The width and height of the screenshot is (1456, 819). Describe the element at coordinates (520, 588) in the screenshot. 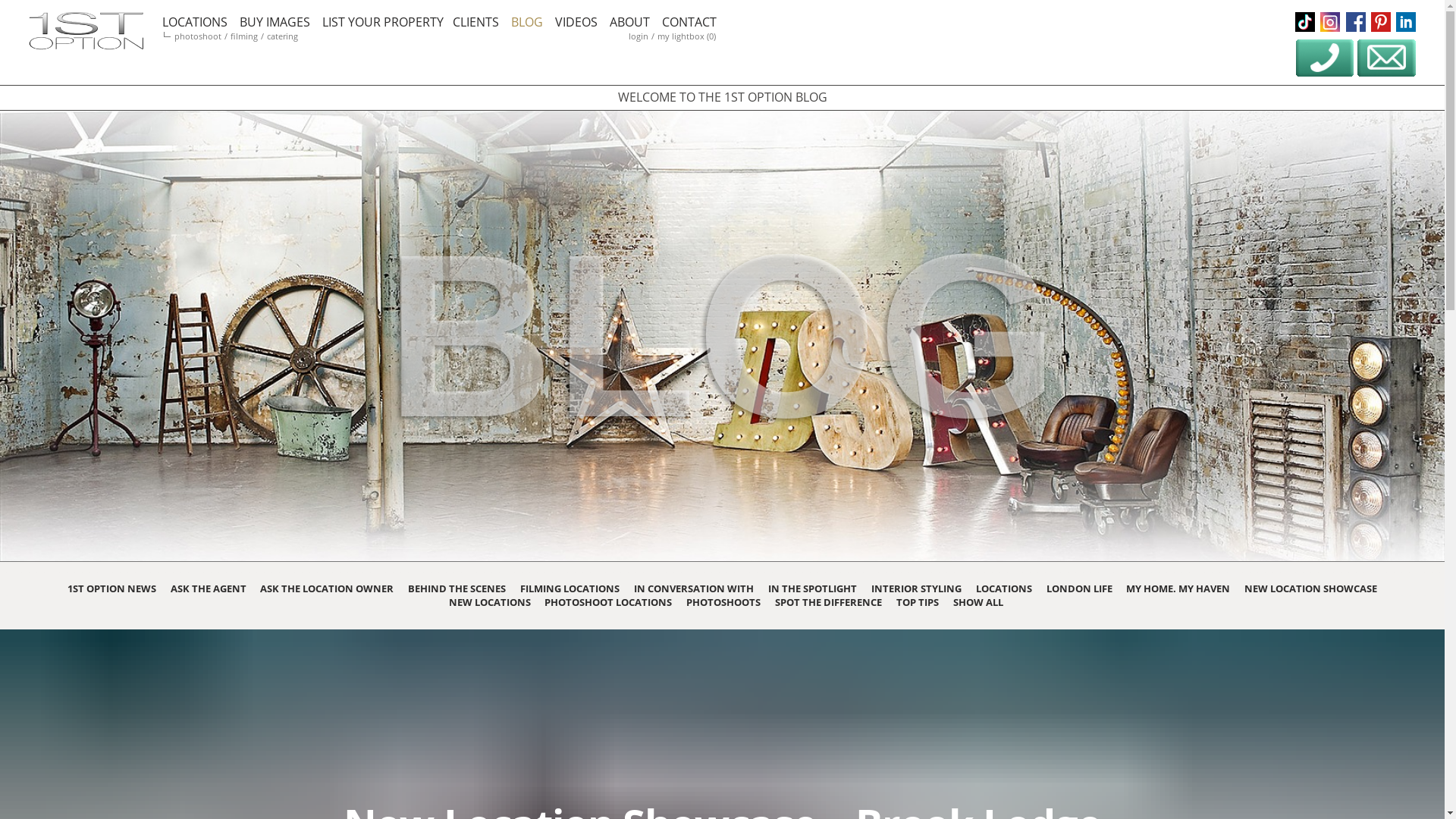

I see `'FILMING LOCATIONS'` at that location.